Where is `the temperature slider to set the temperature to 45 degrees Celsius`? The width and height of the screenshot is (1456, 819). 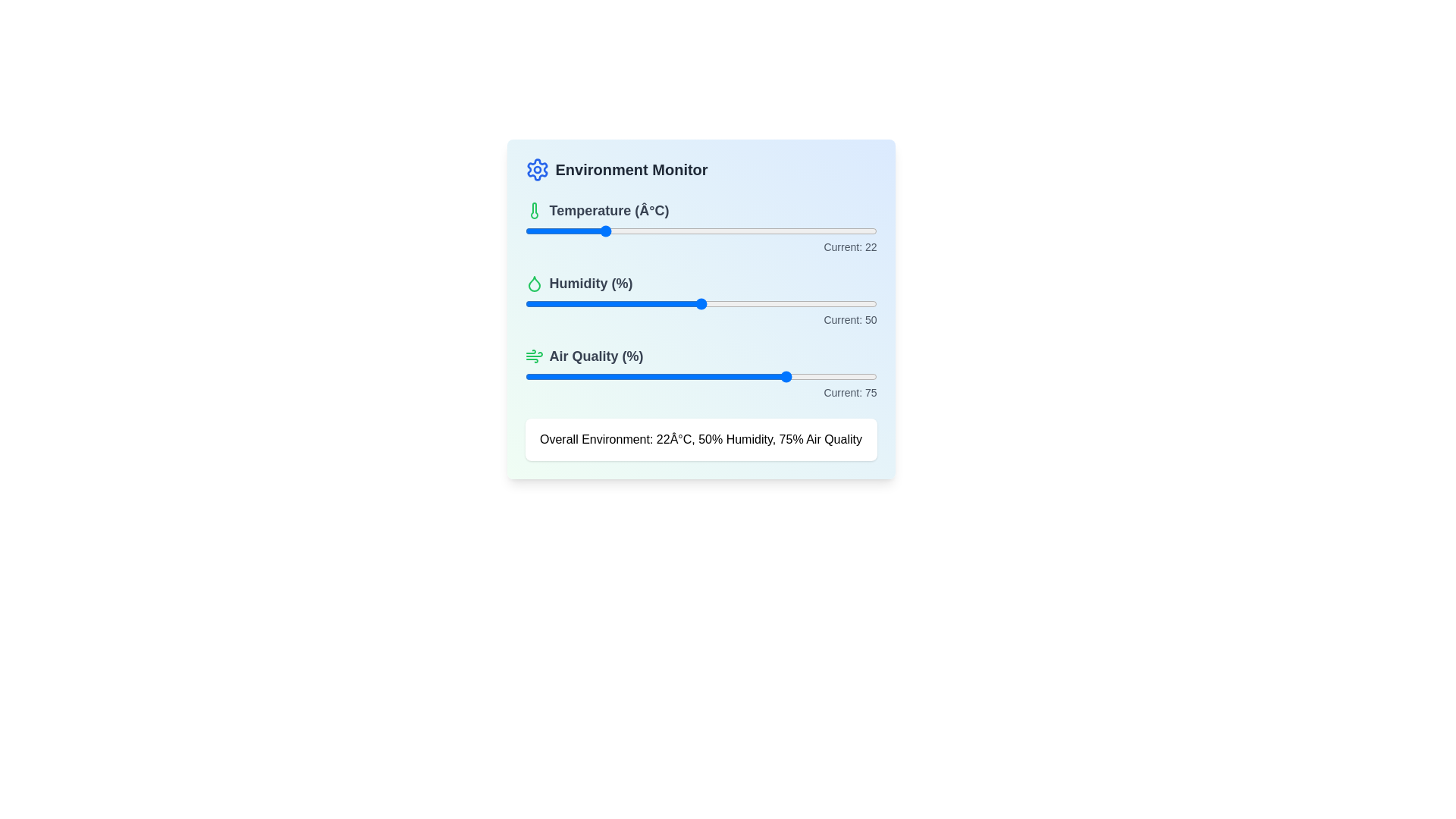
the temperature slider to set the temperature to 45 degrees Celsius is located at coordinates (682, 231).